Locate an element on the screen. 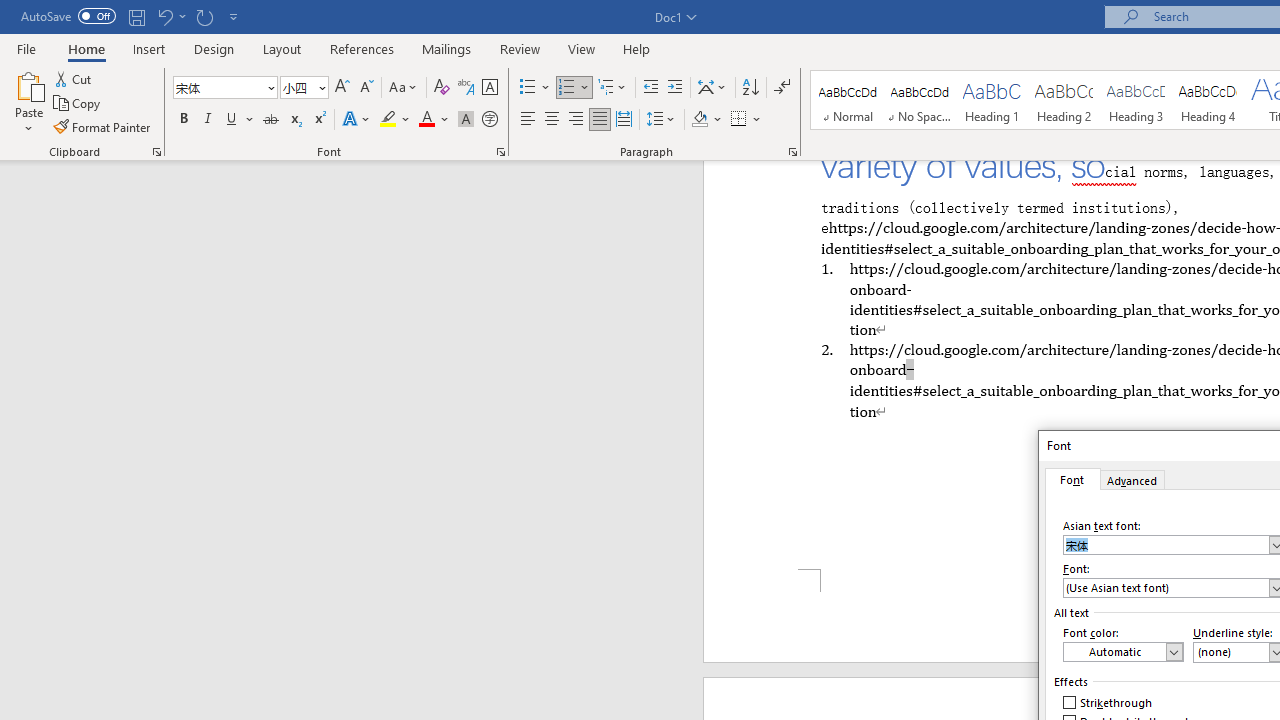  'Heading 2' is located at coordinates (1062, 100).